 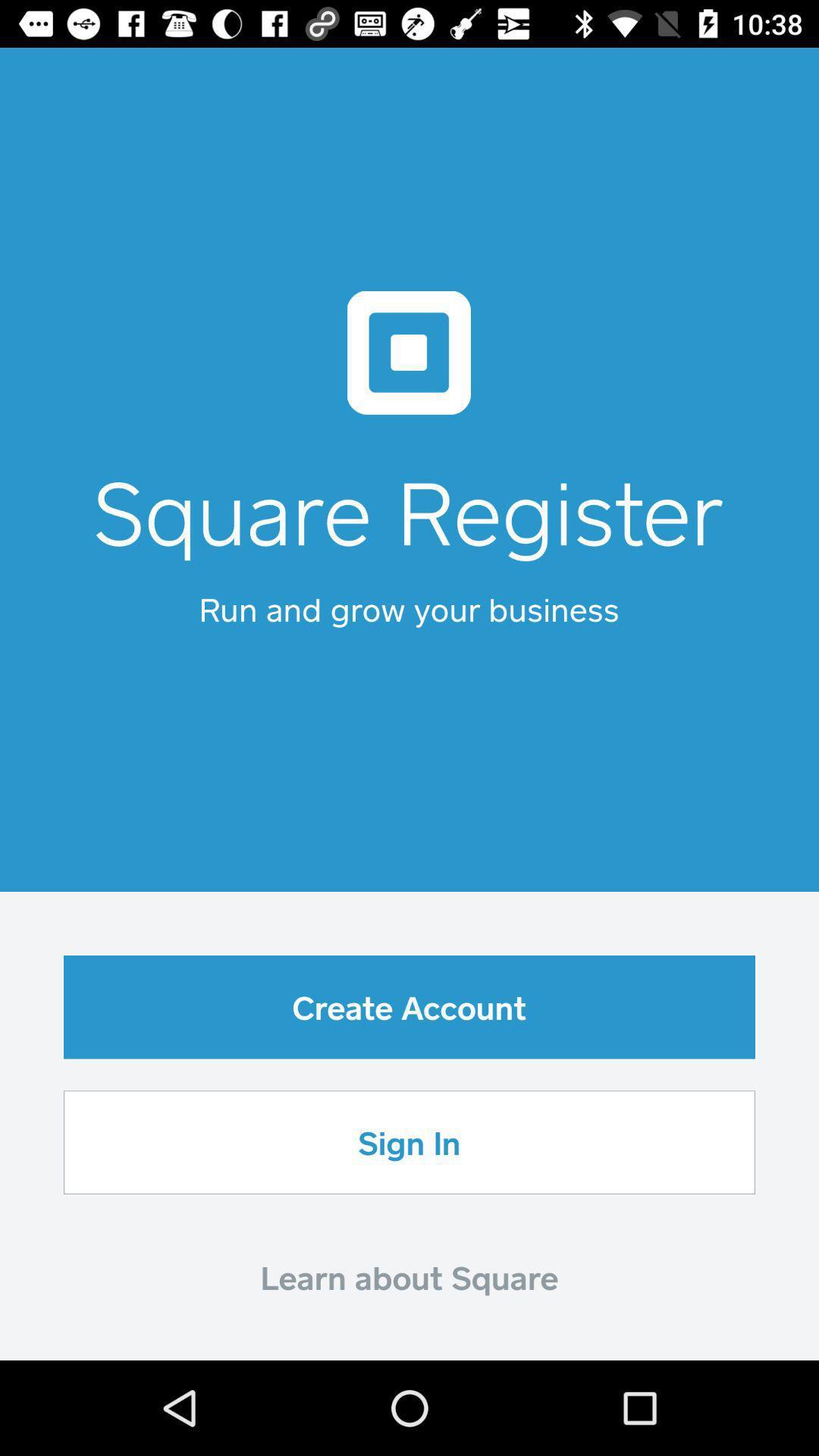 I want to click on the item below create account icon, so click(x=409, y=1142).